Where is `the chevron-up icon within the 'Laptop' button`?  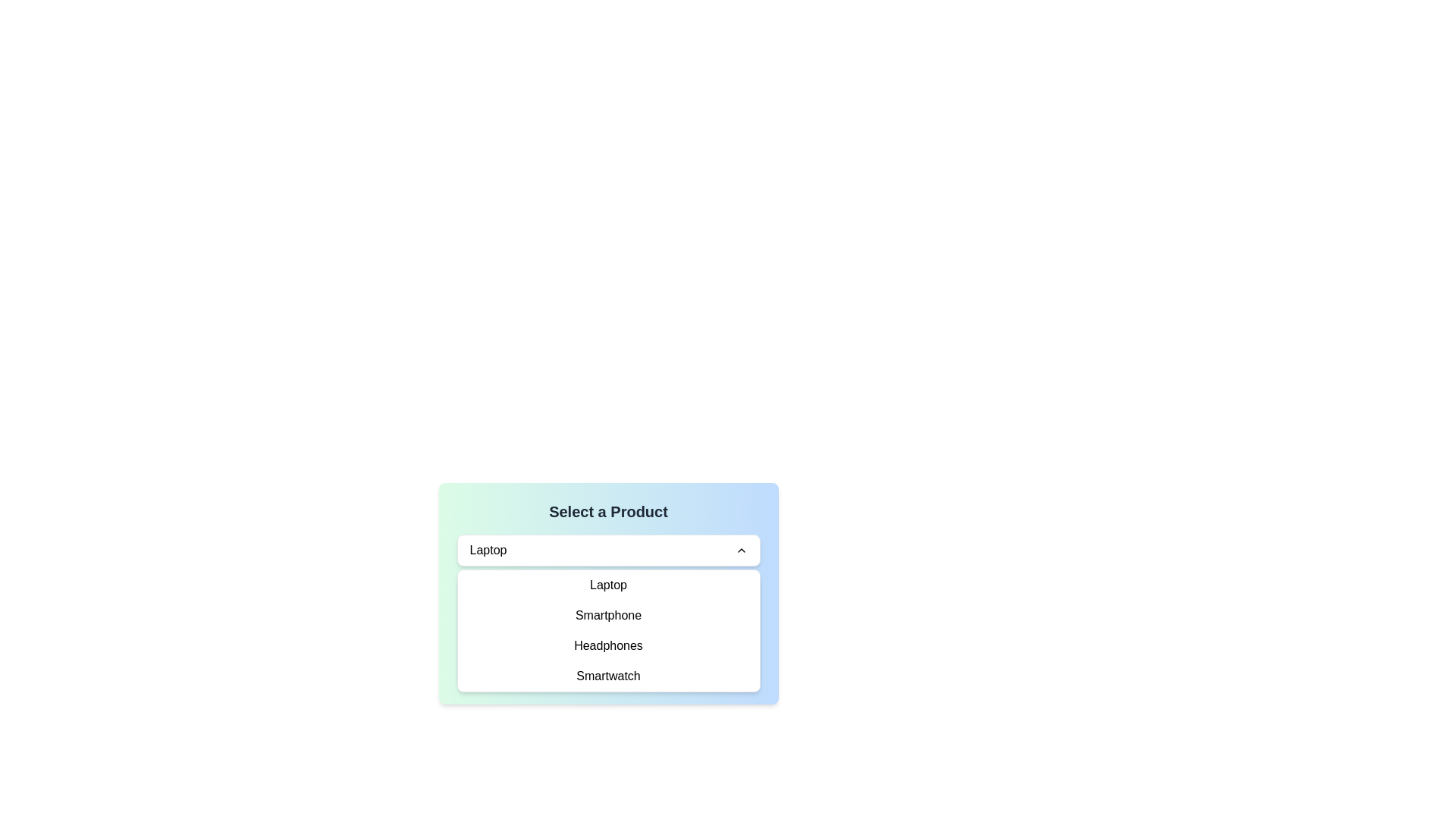 the chevron-up icon within the 'Laptop' button is located at coordinates (741, 550).